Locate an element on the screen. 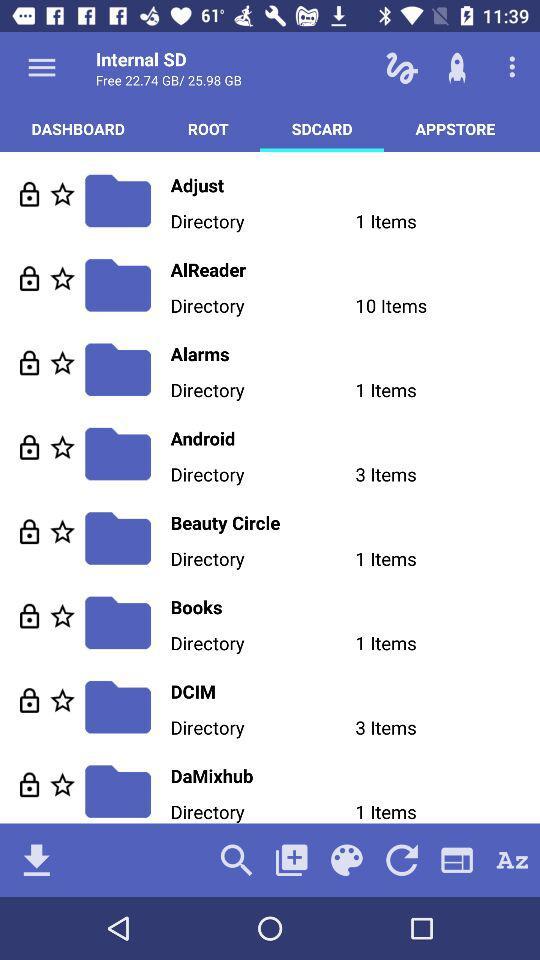 The height and width of the screenshot is (960, 540). security option is located at coordinates (28, 361).